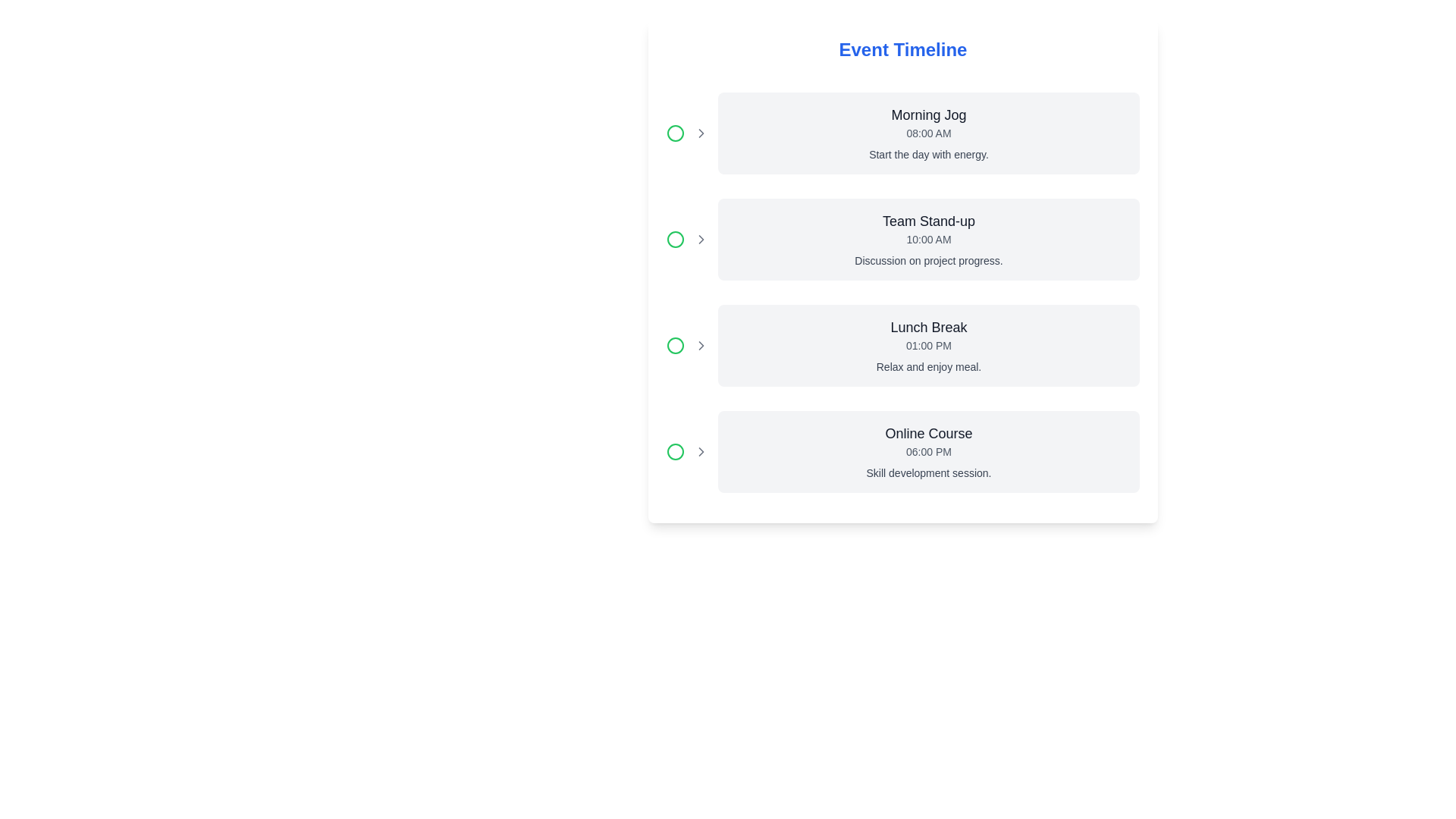 Image resolution: width=1456 pixels, height=819 pixels. What do you see at coordinates (701, 239) in the screenshot?
I see `the chevron arrow icon, which is a part of the SVG element indicating navigation for the timeline event 'Team Stand-up'` at bounding box center [701, 239].